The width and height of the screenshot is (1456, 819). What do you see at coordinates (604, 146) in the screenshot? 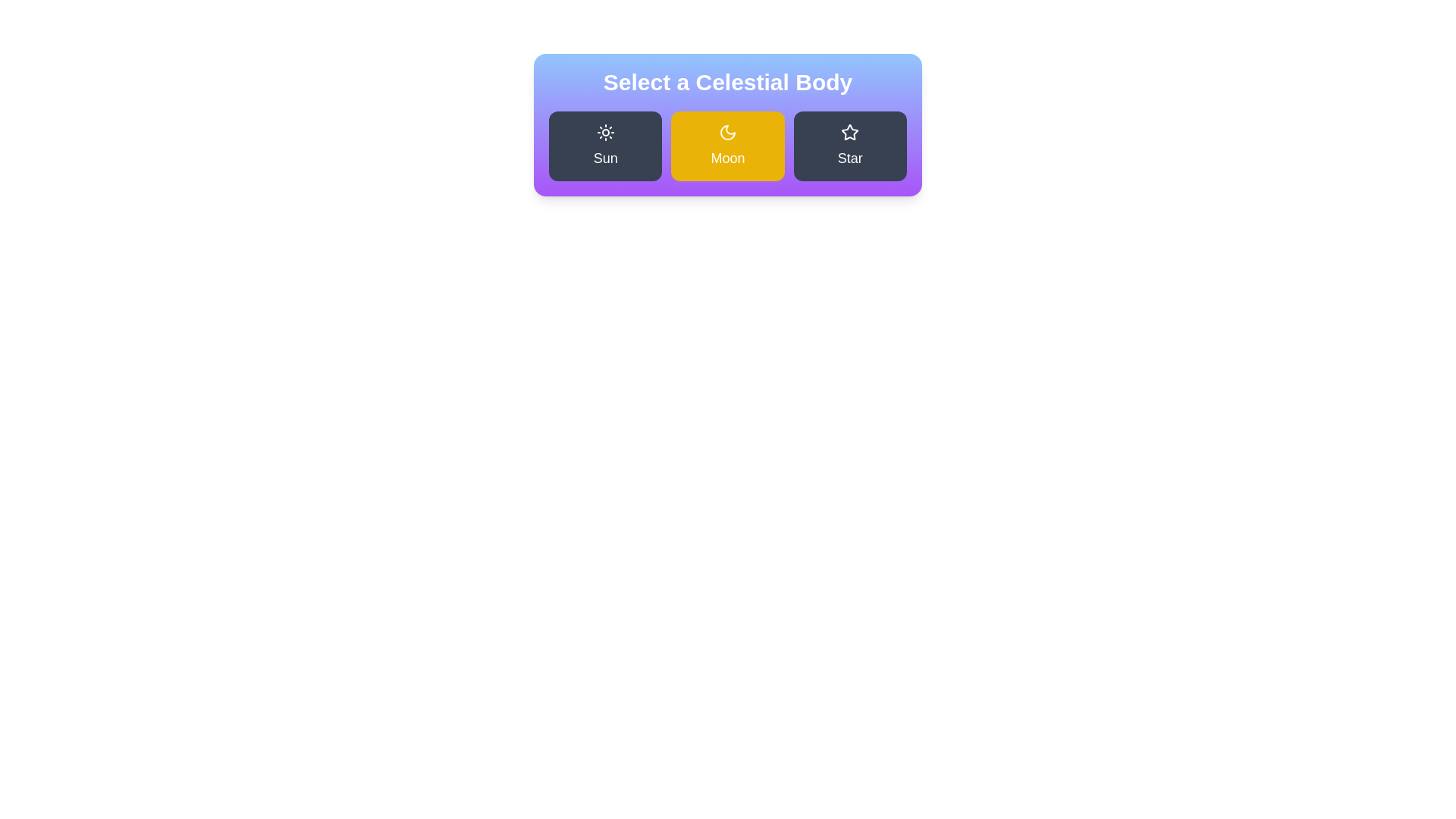
I see `the celestial body icon Sun` at bounding box center [604, 146].